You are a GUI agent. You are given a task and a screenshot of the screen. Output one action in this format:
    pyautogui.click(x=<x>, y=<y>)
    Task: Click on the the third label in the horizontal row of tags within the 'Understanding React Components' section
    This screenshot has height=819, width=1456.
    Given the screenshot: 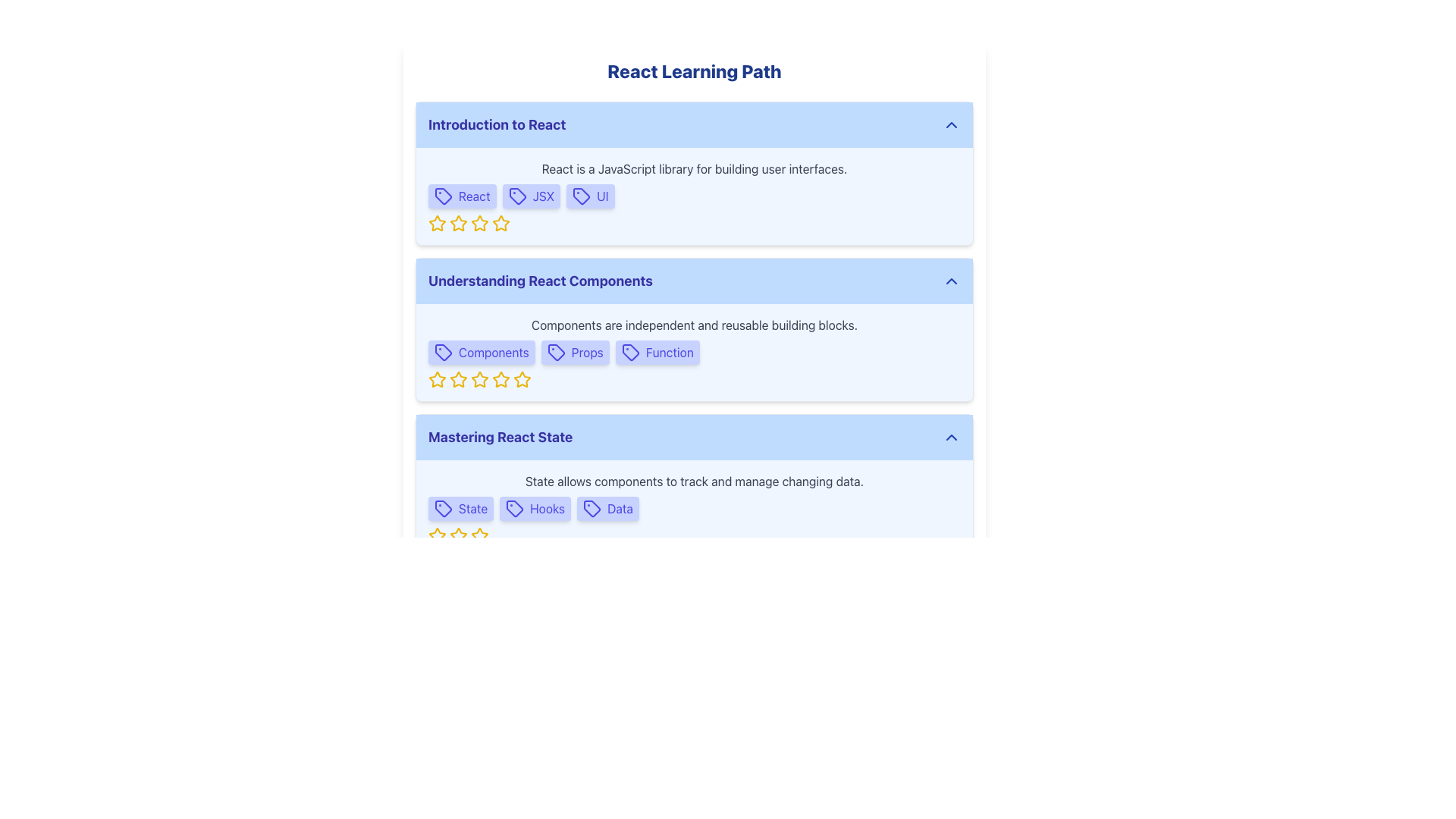 What is the action you would take?
    pyautogui.click(x=657, y=353)
    